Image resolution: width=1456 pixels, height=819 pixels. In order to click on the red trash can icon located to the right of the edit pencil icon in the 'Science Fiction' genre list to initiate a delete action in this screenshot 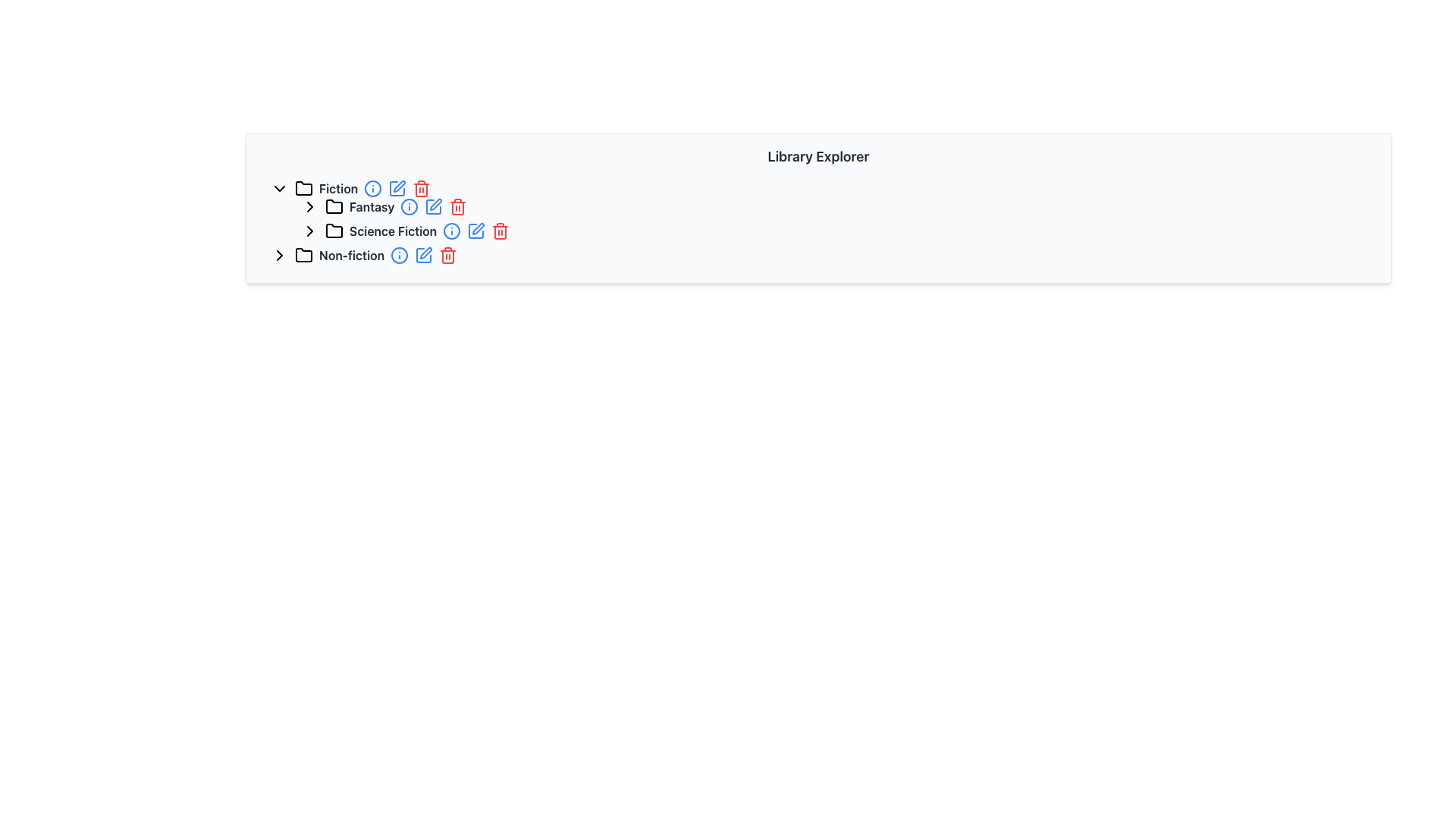, I will do `click(500, 231)`.